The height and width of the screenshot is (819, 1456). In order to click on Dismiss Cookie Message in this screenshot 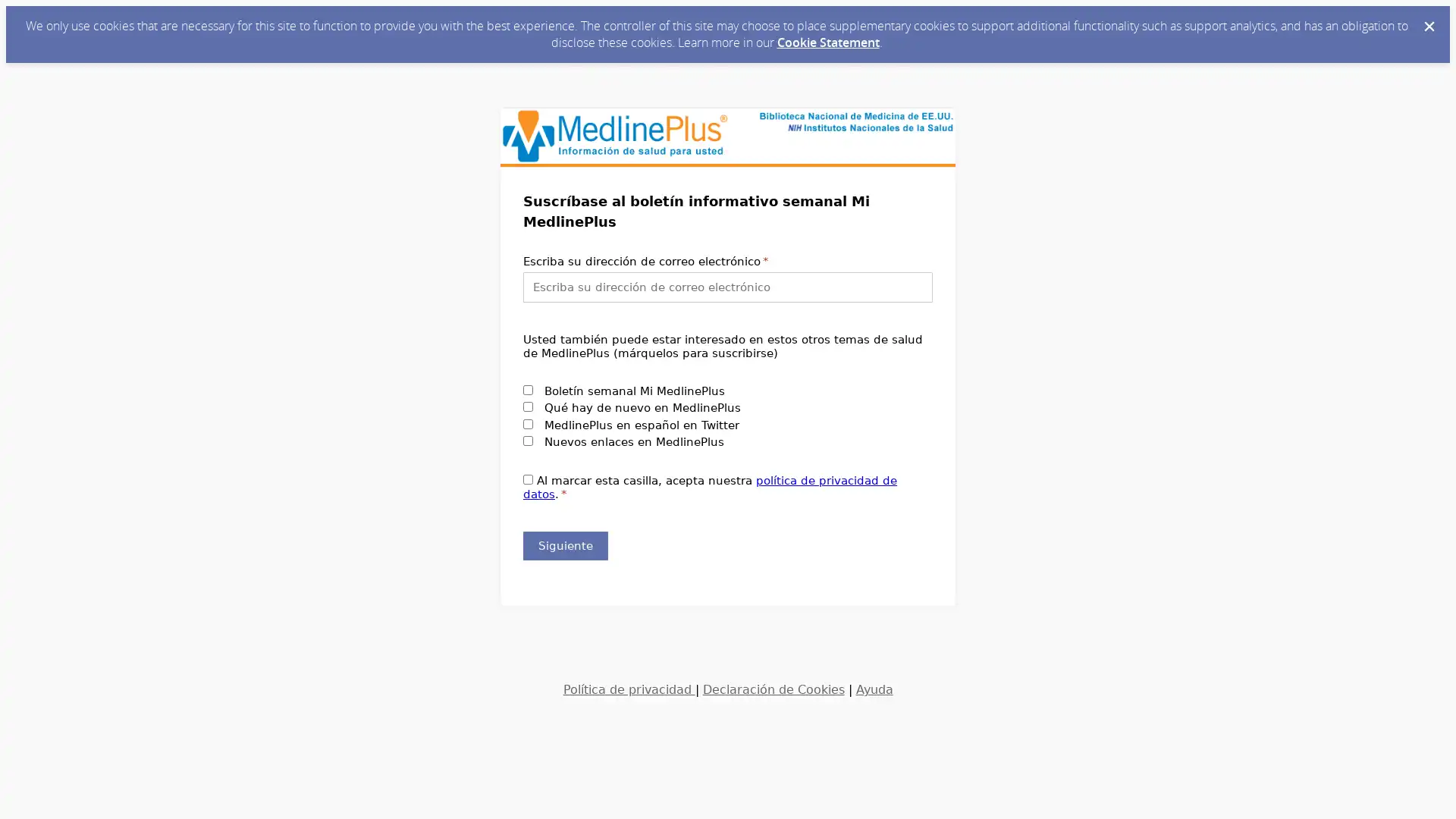, I will do `click(1429, 26)`.